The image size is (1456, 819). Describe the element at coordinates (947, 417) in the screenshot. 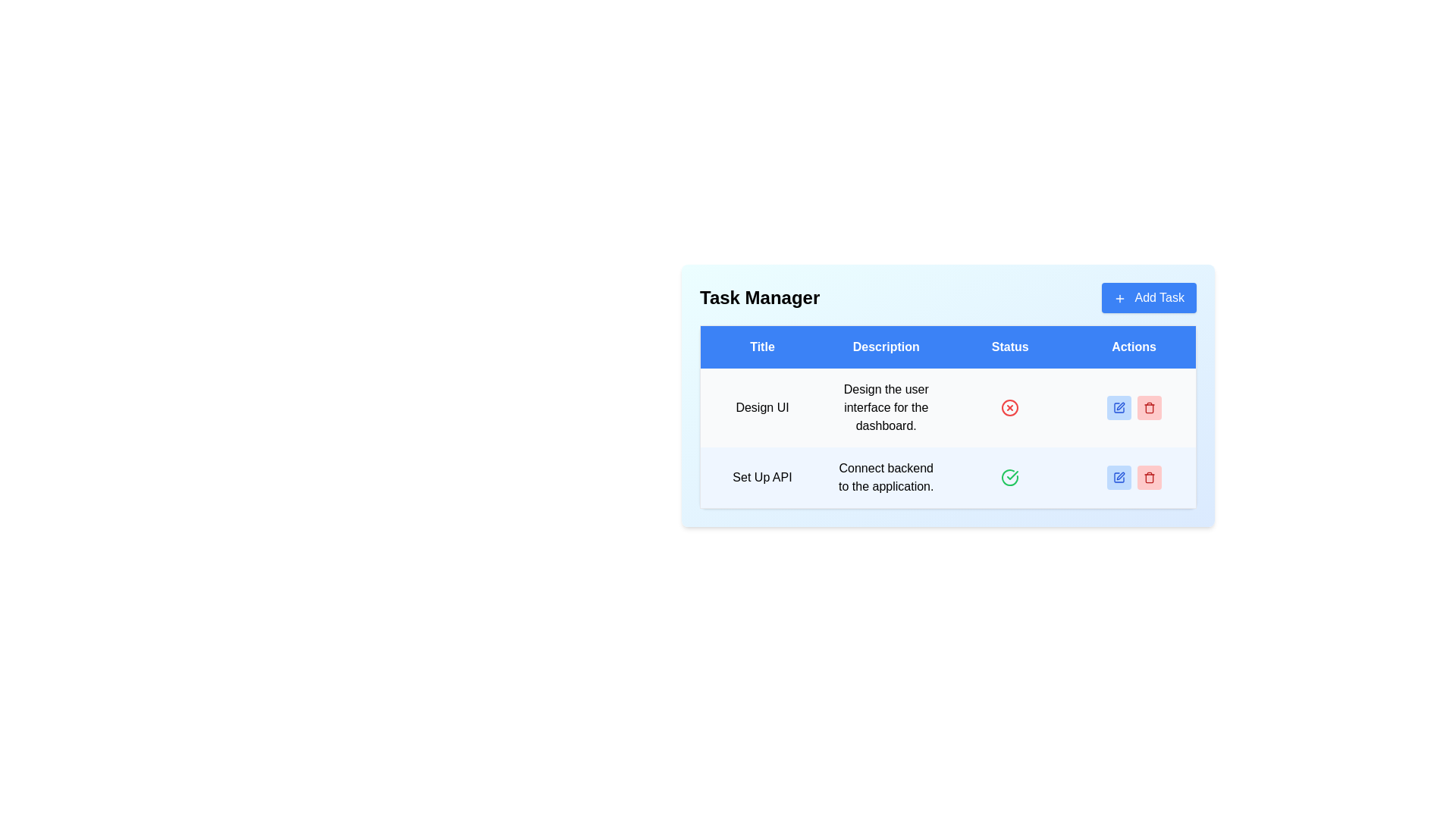

I see `the Data table element, which is a white table with rounded borders and shadow effect, containing columns titled 'Title,' 'Description,' 'Status,' and 'Actions.'` at that location.